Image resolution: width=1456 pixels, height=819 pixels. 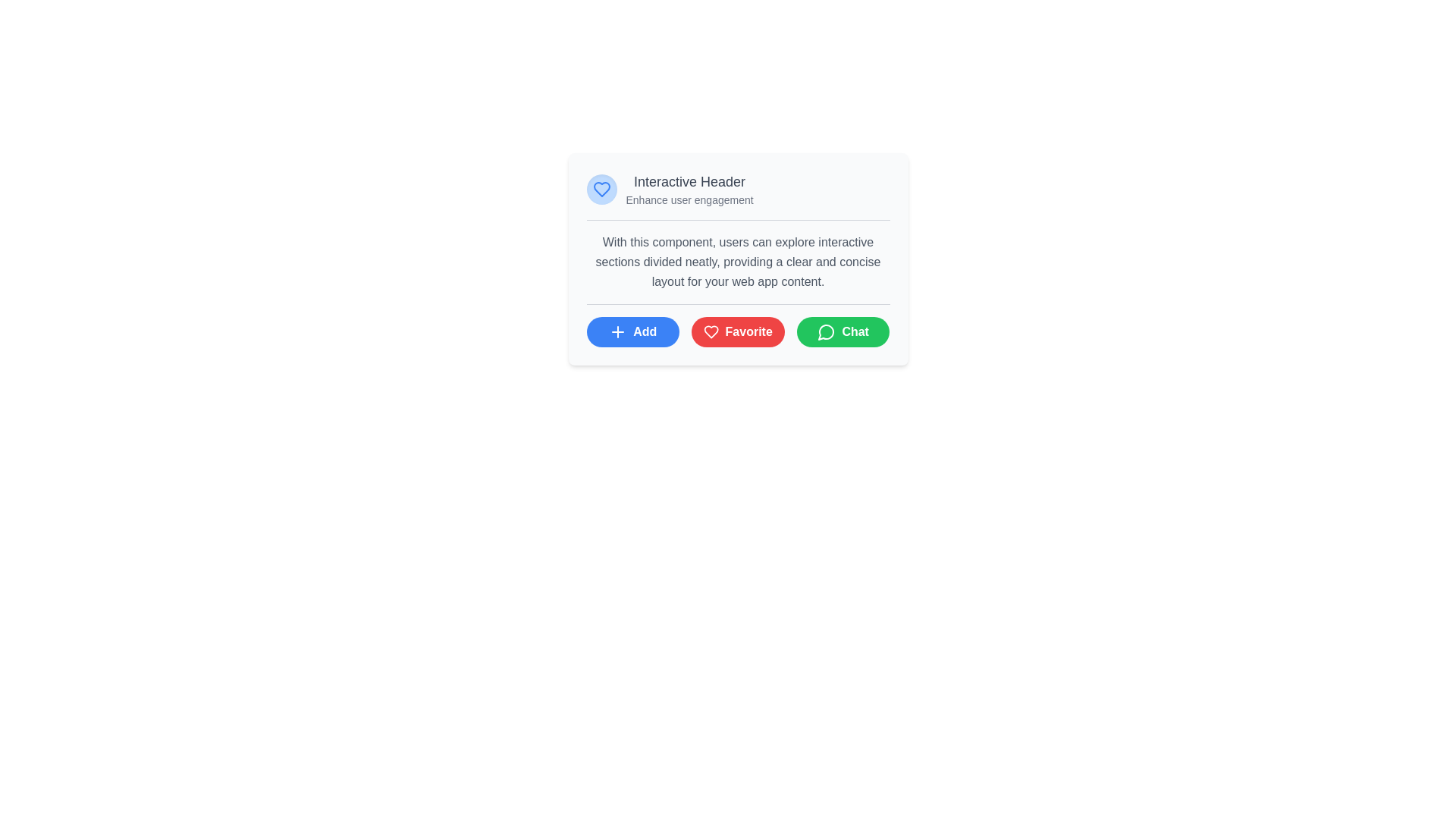 What do you see at coordinates (738, 331) in the screenshot?
I see `the red 'Favorite' button with a heart icon` at bounding box center [738, 331].